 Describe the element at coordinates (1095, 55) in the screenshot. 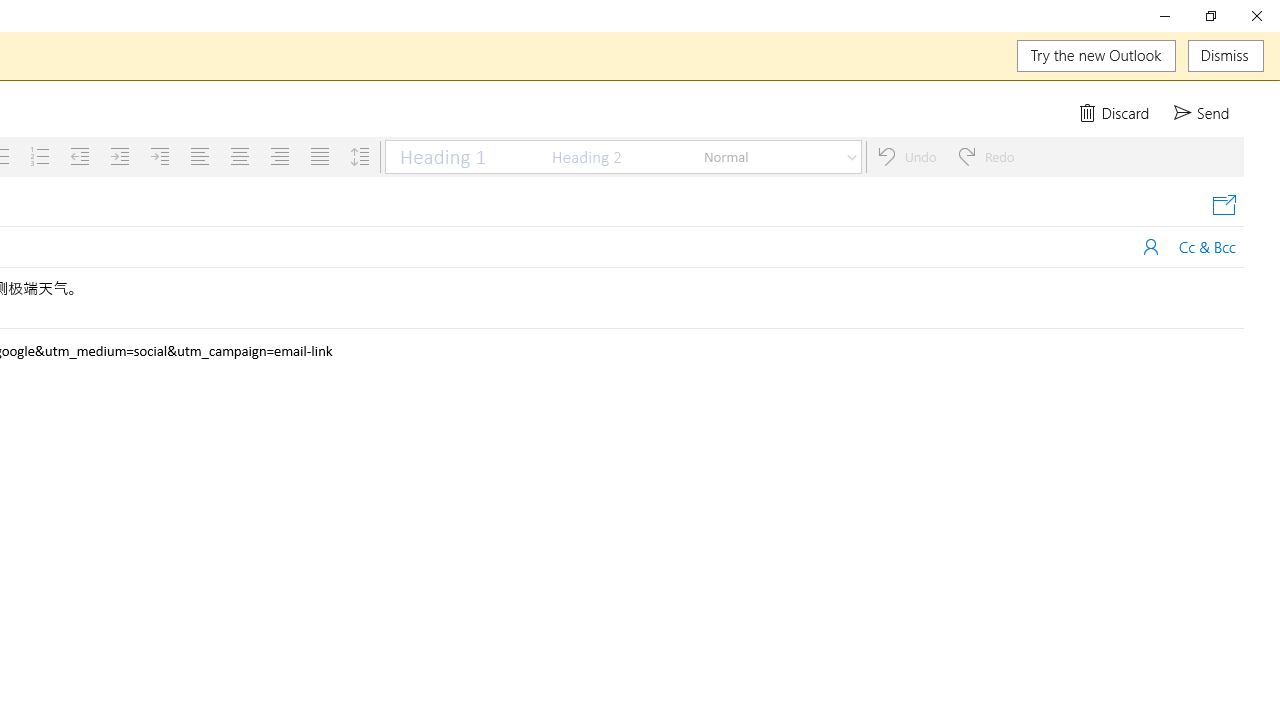

I see `'Try the new Outlook'` at that location.